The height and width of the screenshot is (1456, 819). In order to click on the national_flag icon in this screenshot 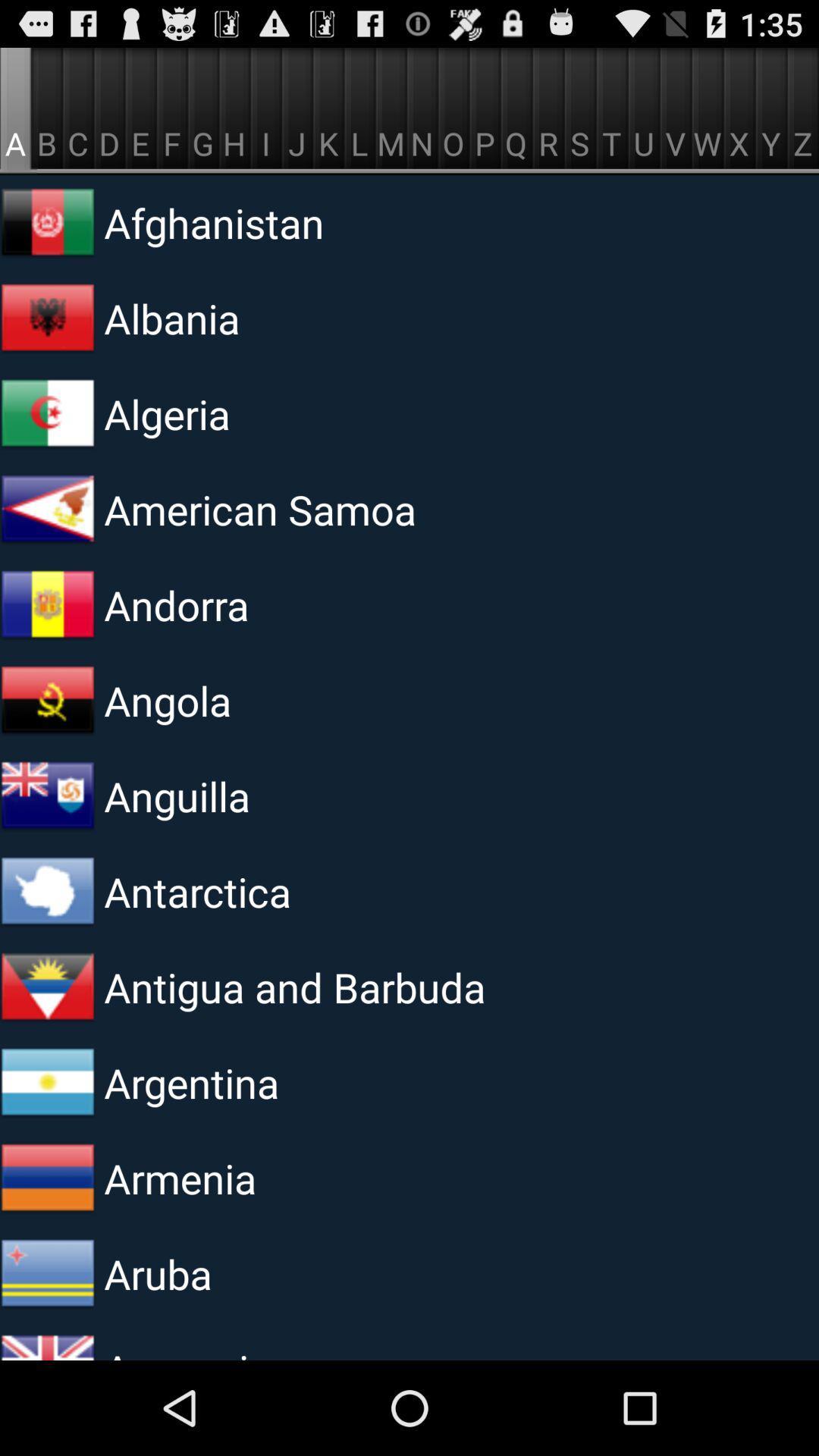, I will do `click(46, 1158)`.